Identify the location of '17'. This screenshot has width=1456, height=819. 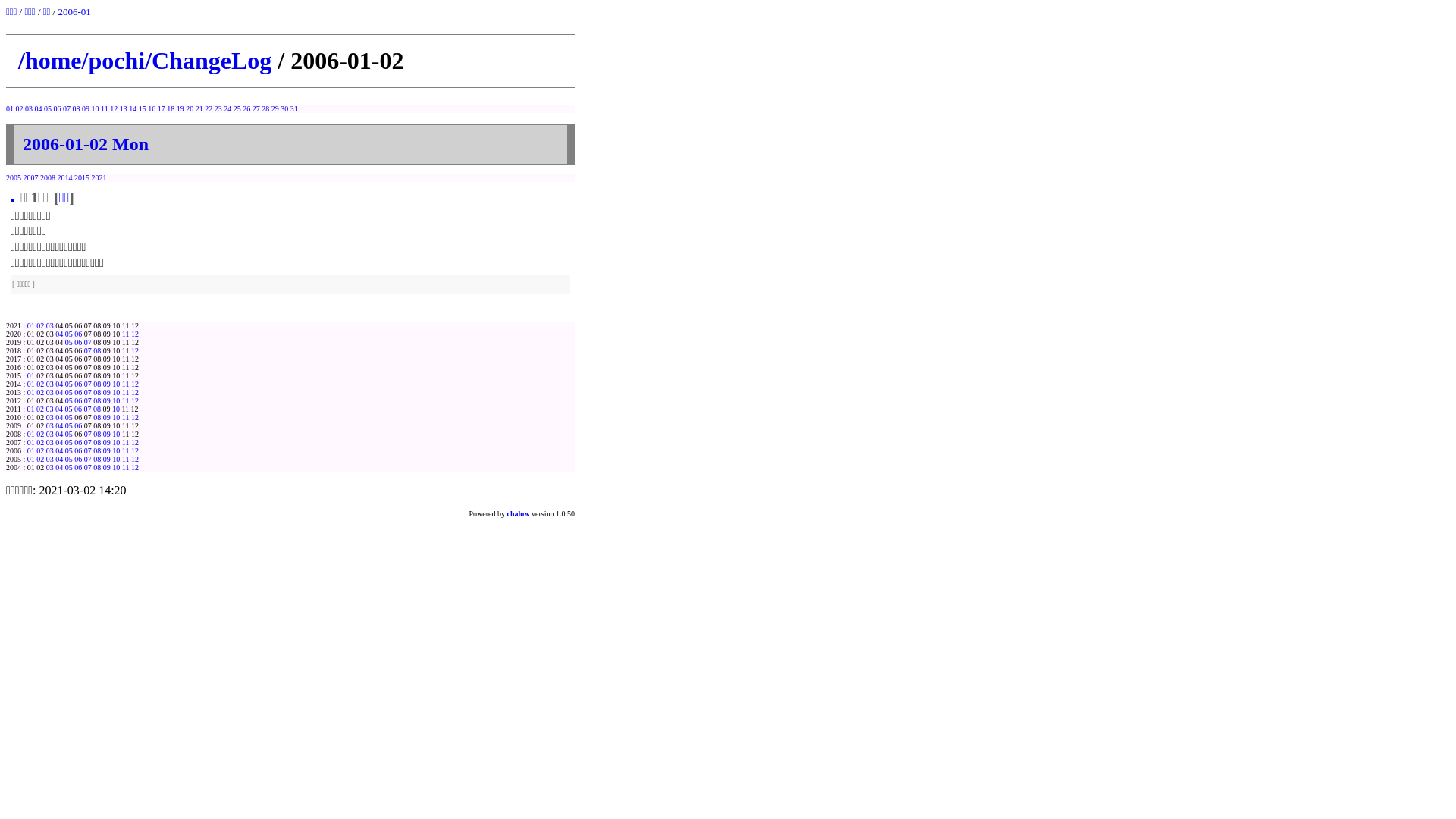
(161, 108).